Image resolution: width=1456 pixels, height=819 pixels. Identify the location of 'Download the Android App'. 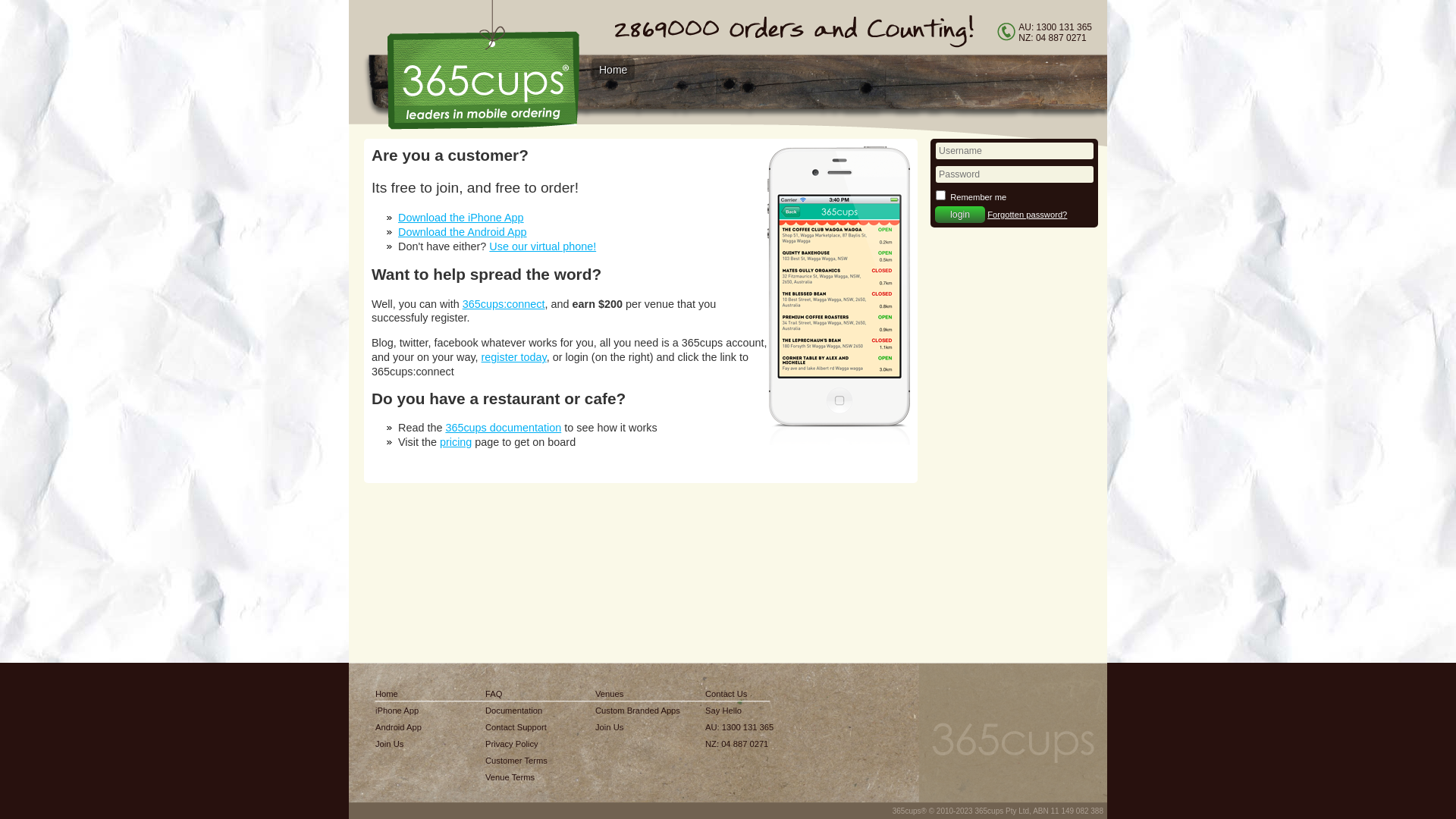
(461, 231).